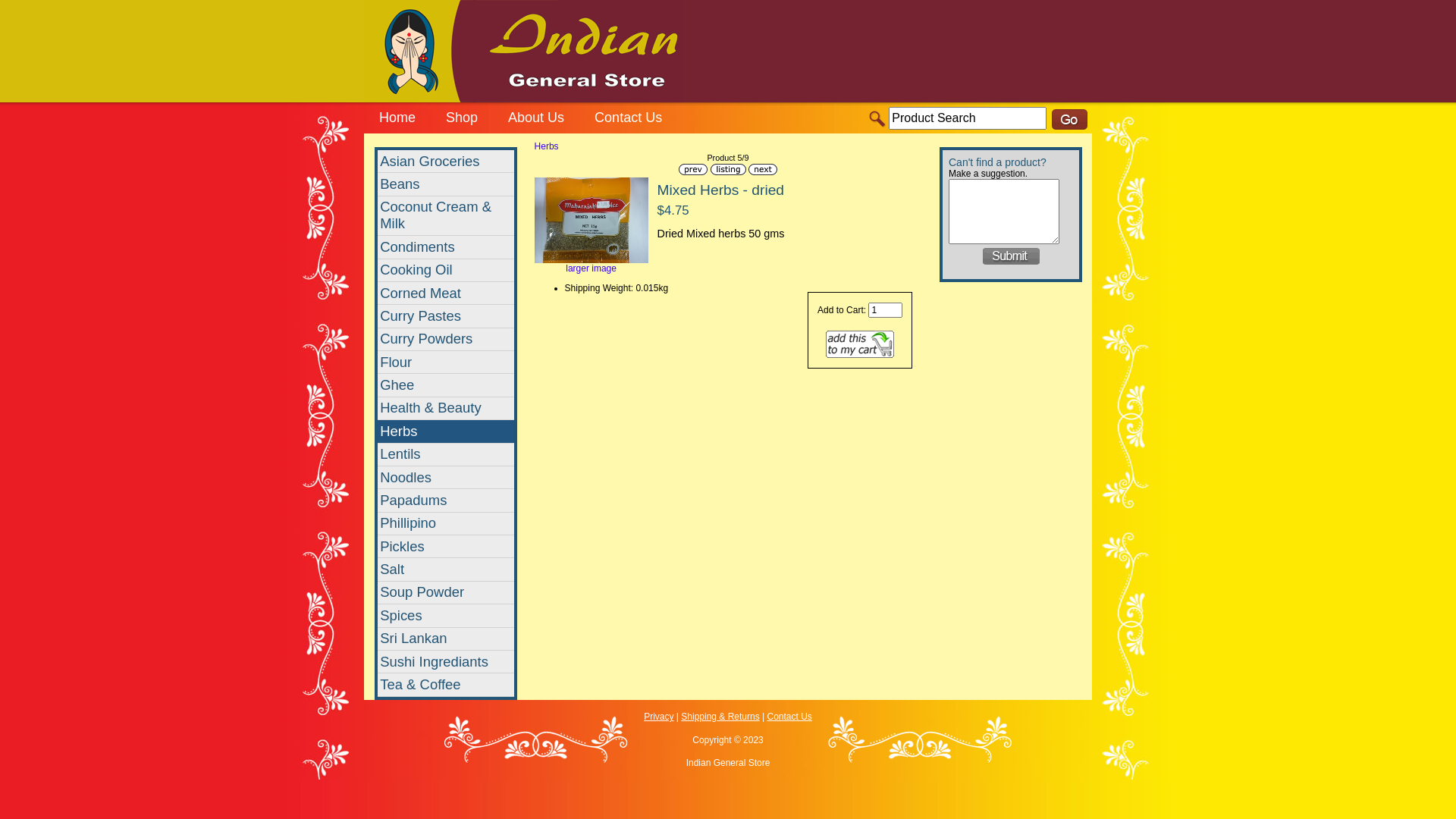 The width and height of the screenshot is (1456, 819). I want to click on 'larger image', so click(590, 263).